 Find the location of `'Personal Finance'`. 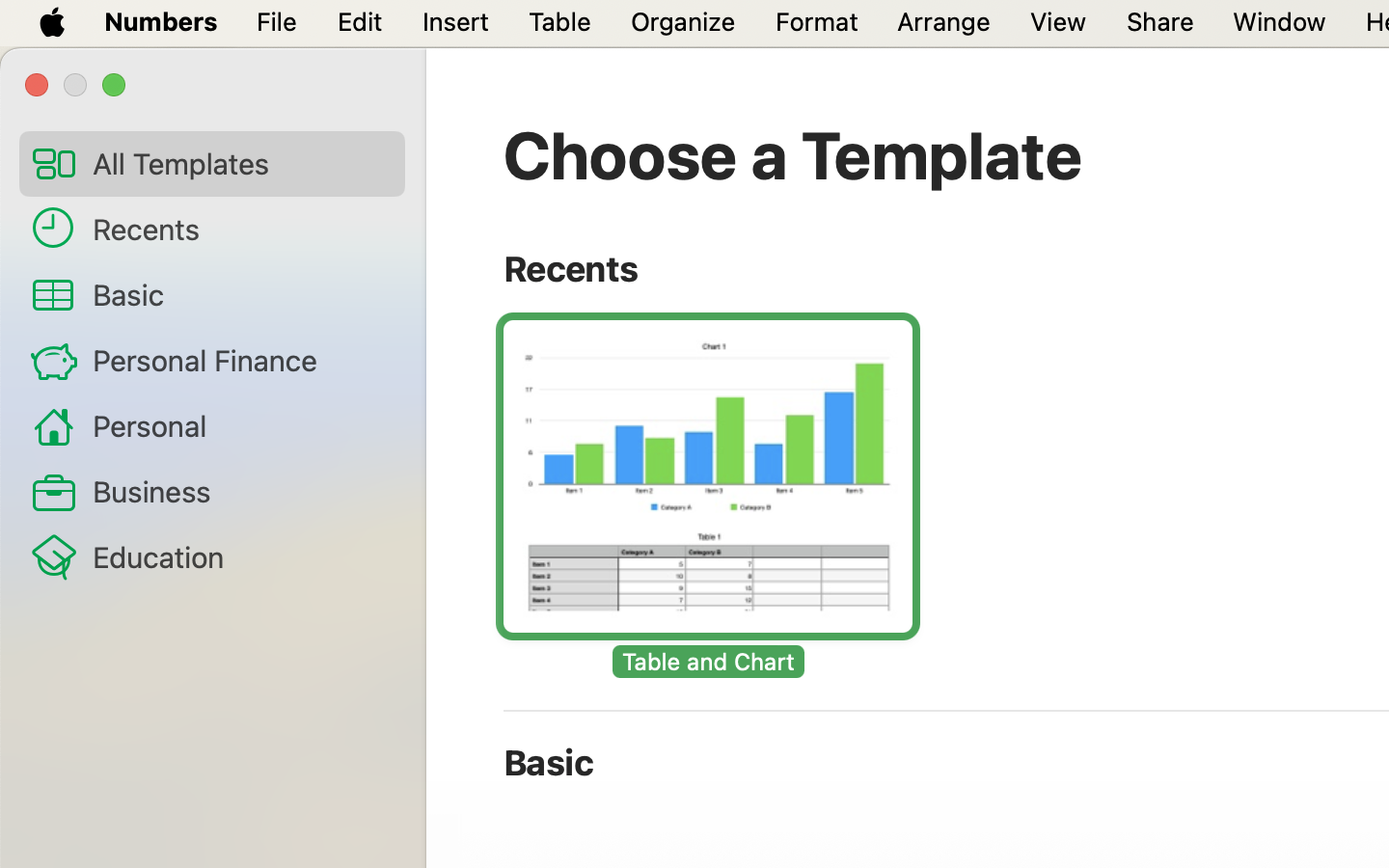

'Personal Finance' is located at coordinates (239, 359).